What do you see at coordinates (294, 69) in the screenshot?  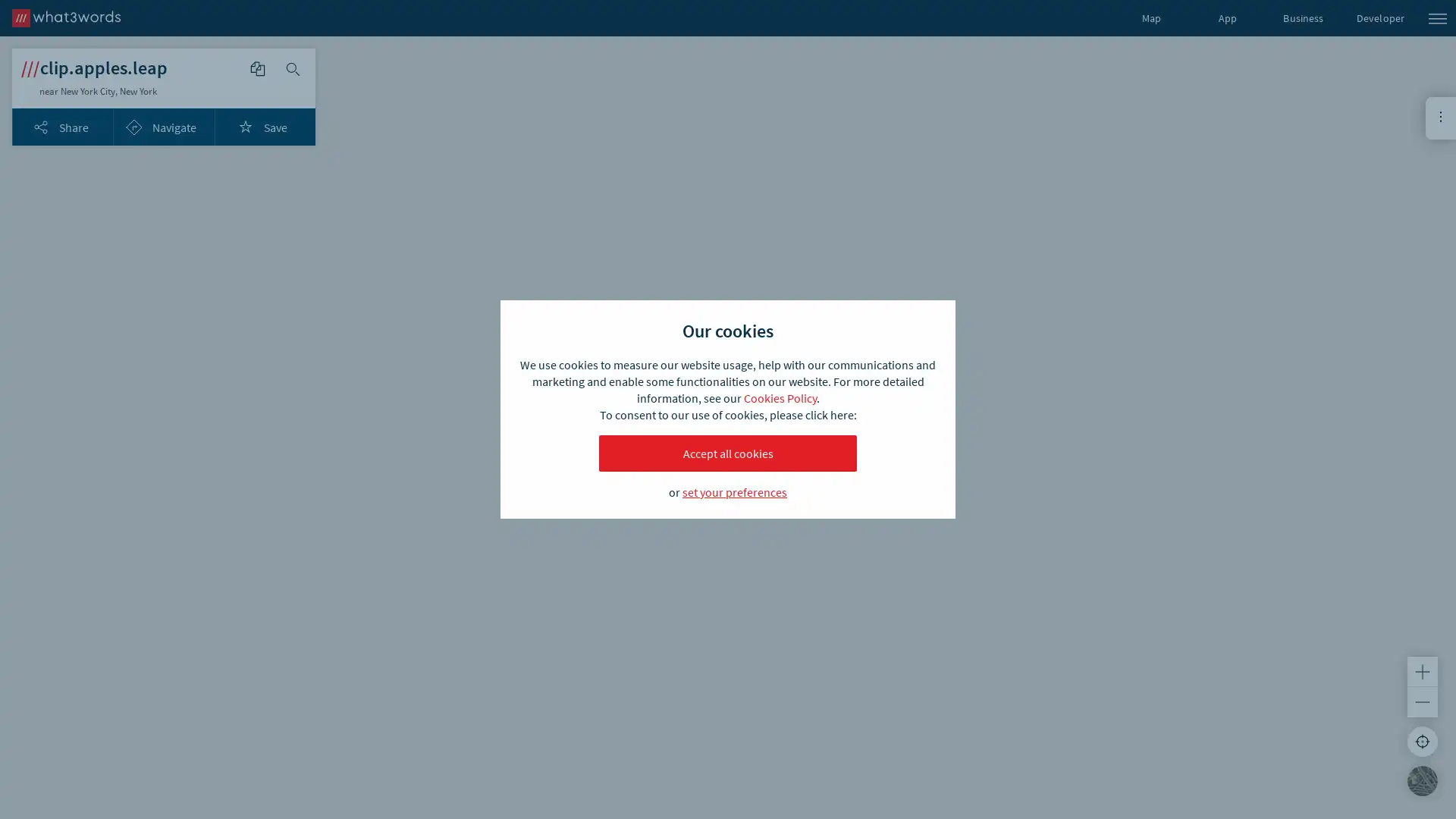 I see `Search` at bounding box center [294, 69].